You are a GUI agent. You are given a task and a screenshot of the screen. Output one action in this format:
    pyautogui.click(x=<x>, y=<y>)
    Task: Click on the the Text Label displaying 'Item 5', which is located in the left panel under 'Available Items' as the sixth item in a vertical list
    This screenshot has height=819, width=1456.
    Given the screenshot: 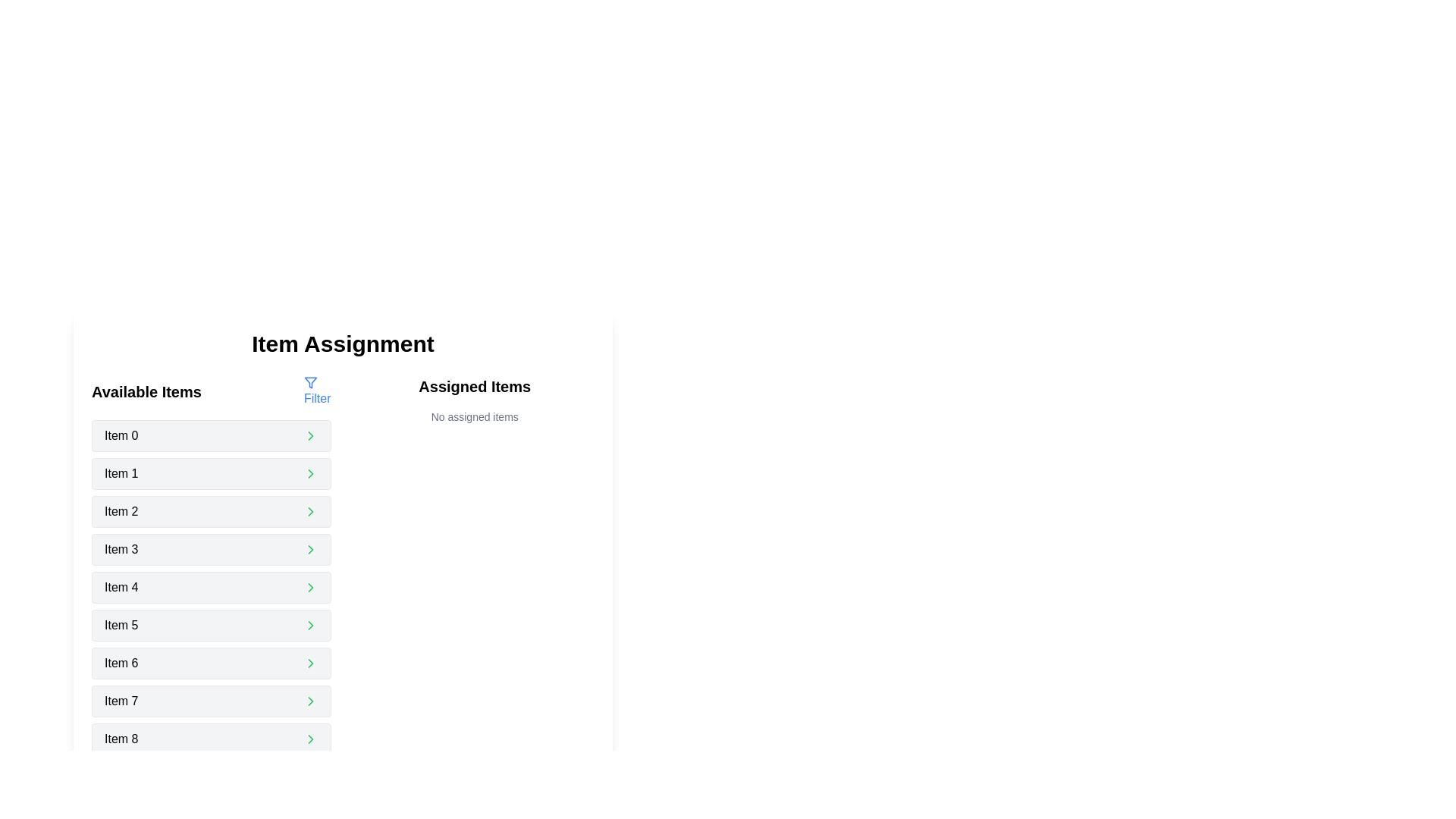 What is the action you would take?
    pyautogui.click(x=121, y=626)
    